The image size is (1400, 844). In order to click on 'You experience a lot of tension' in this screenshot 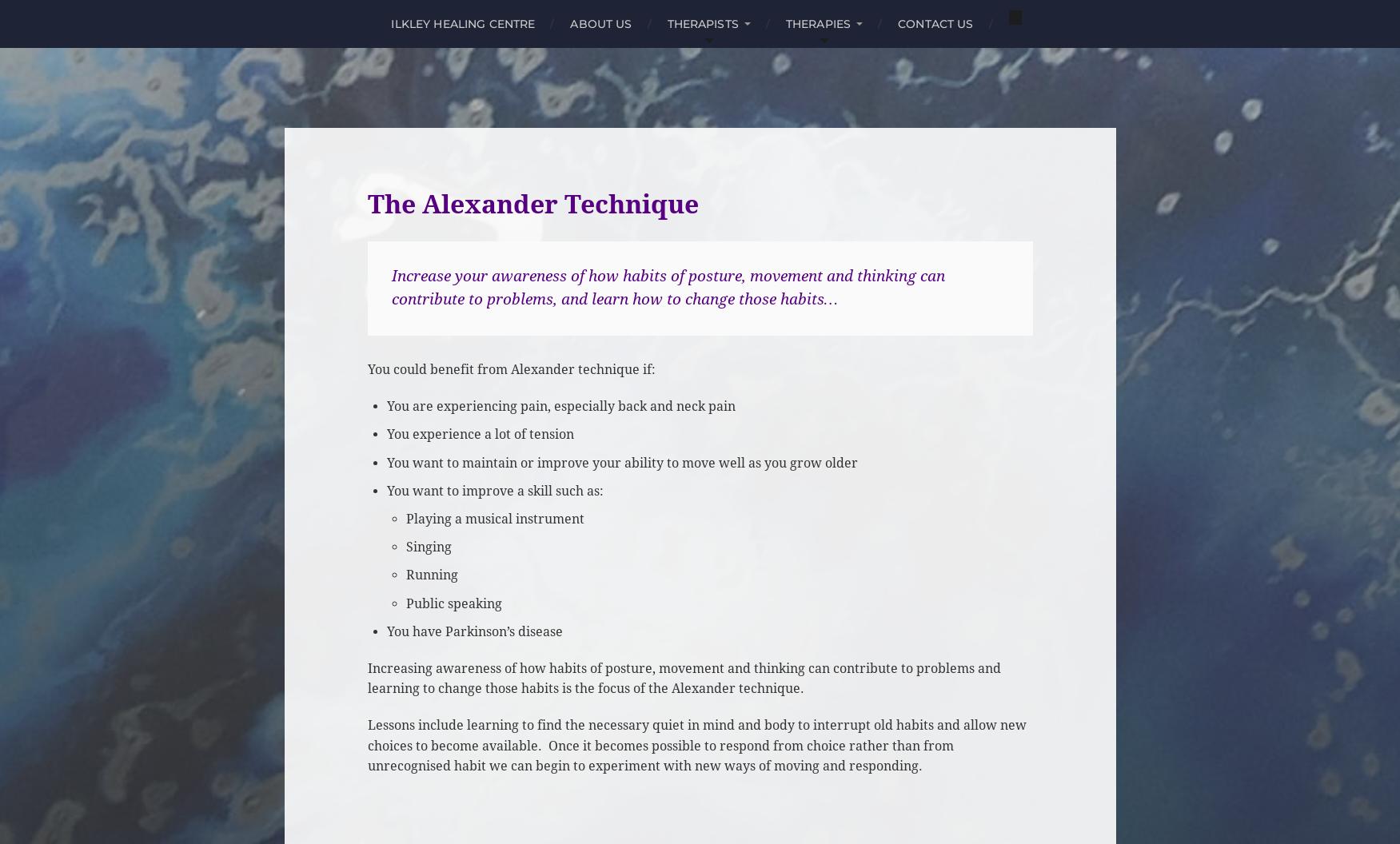, I will do `click(480, 434)`.